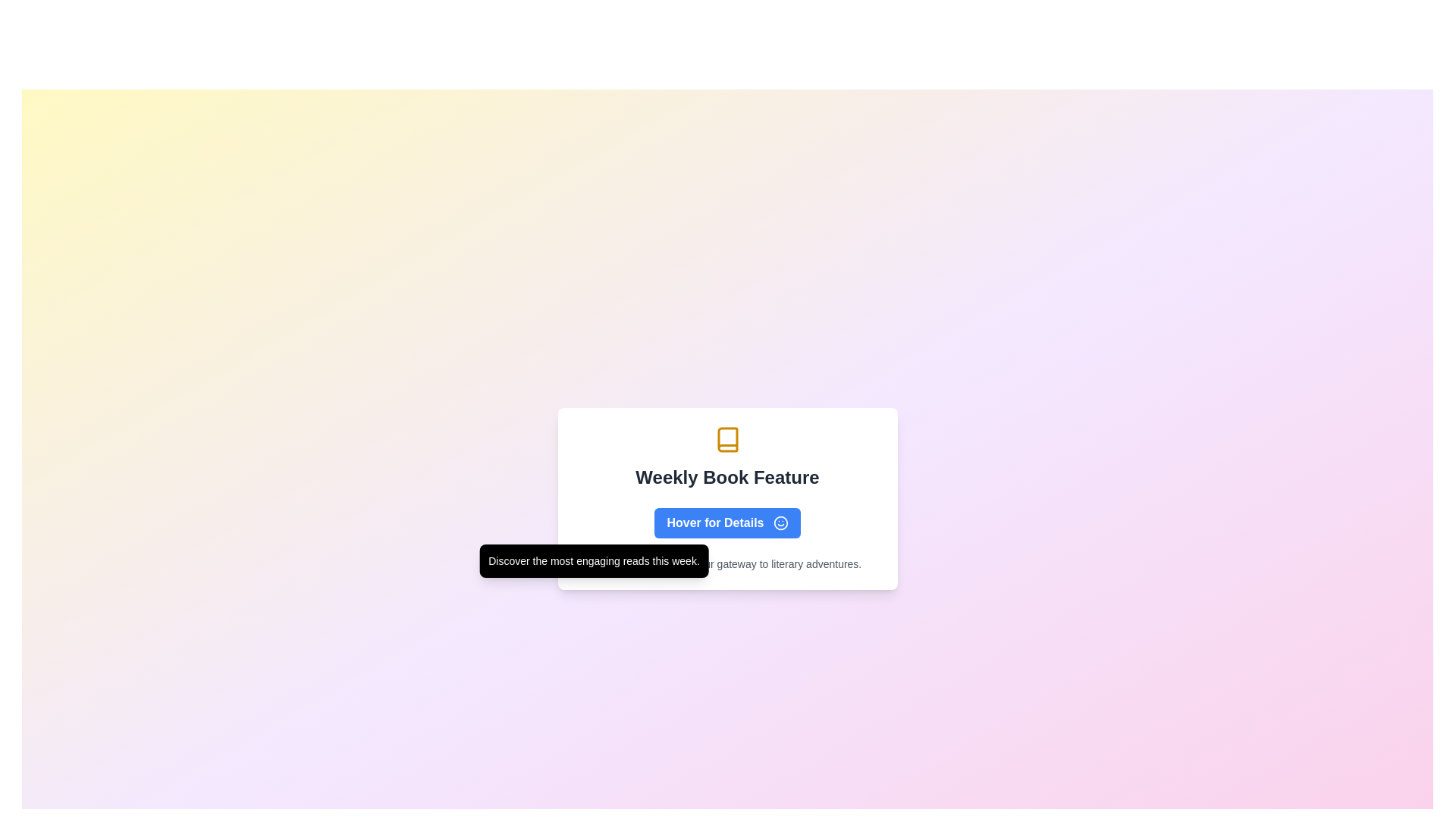 The height and width of the screenshot is (819, 1456). I want to click on the decorative SVG-based book icon located at the top center of the 'Weekly Book Feature' component, which is the first element above the textual content and the 'Hover for Details' button, so click(726, 439).